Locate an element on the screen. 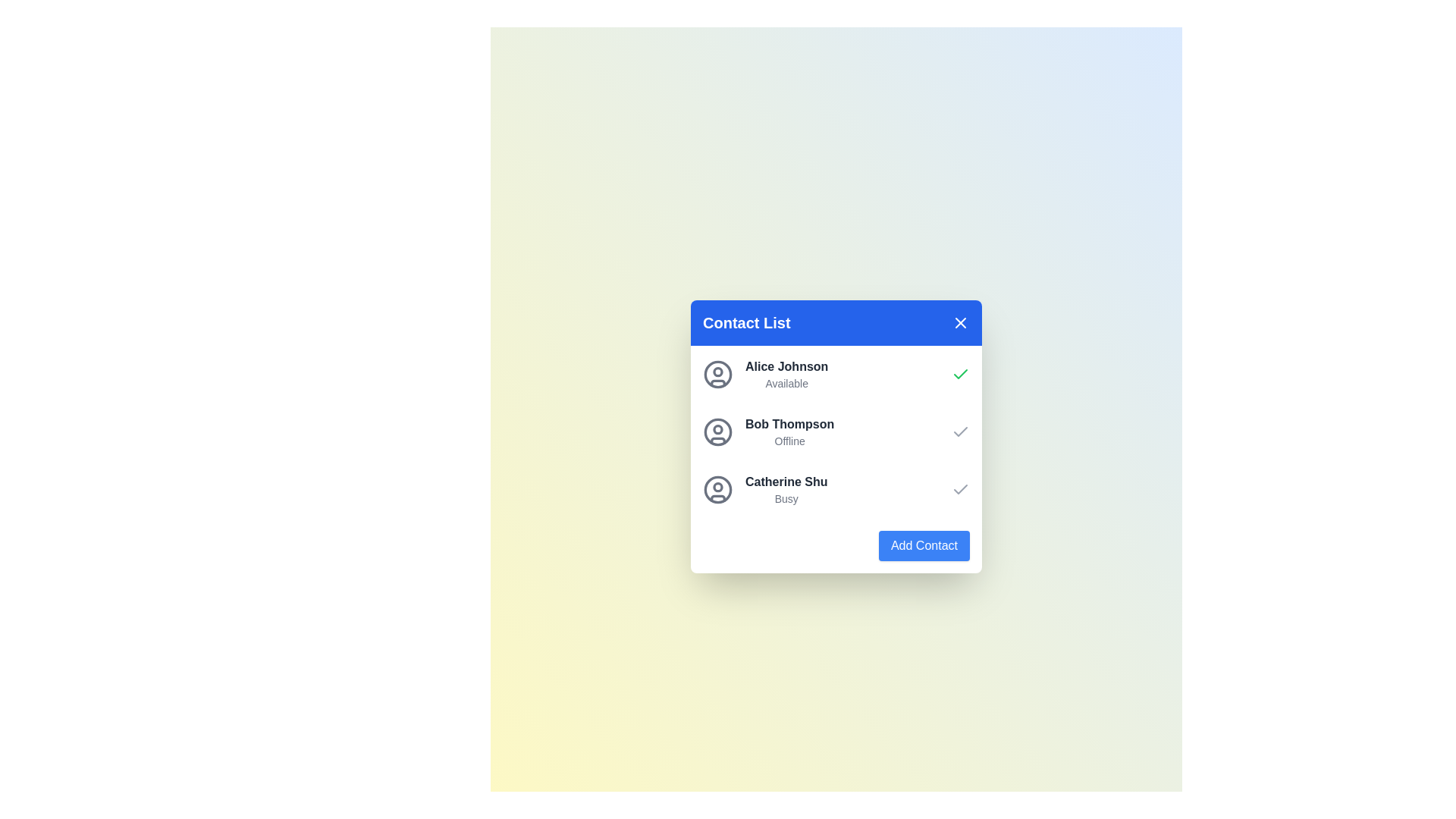 The width and height of the screenshot is (1456, 819). the contact item Bob Thompson to highlight it is located at coordinates (767, 432).